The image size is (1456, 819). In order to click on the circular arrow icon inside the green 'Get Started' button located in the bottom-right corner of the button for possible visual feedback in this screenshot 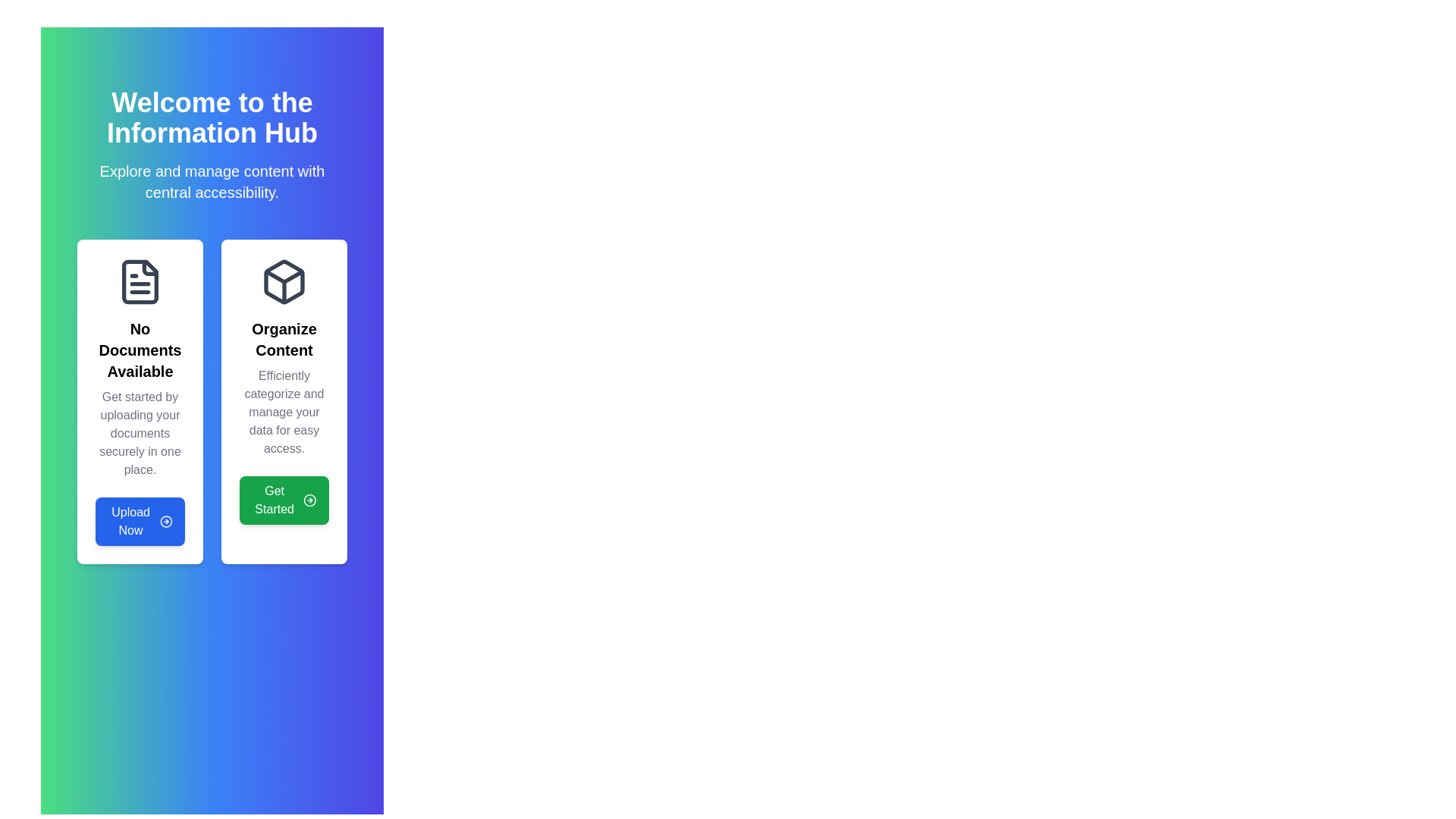, I will do `click(309, 500)`.